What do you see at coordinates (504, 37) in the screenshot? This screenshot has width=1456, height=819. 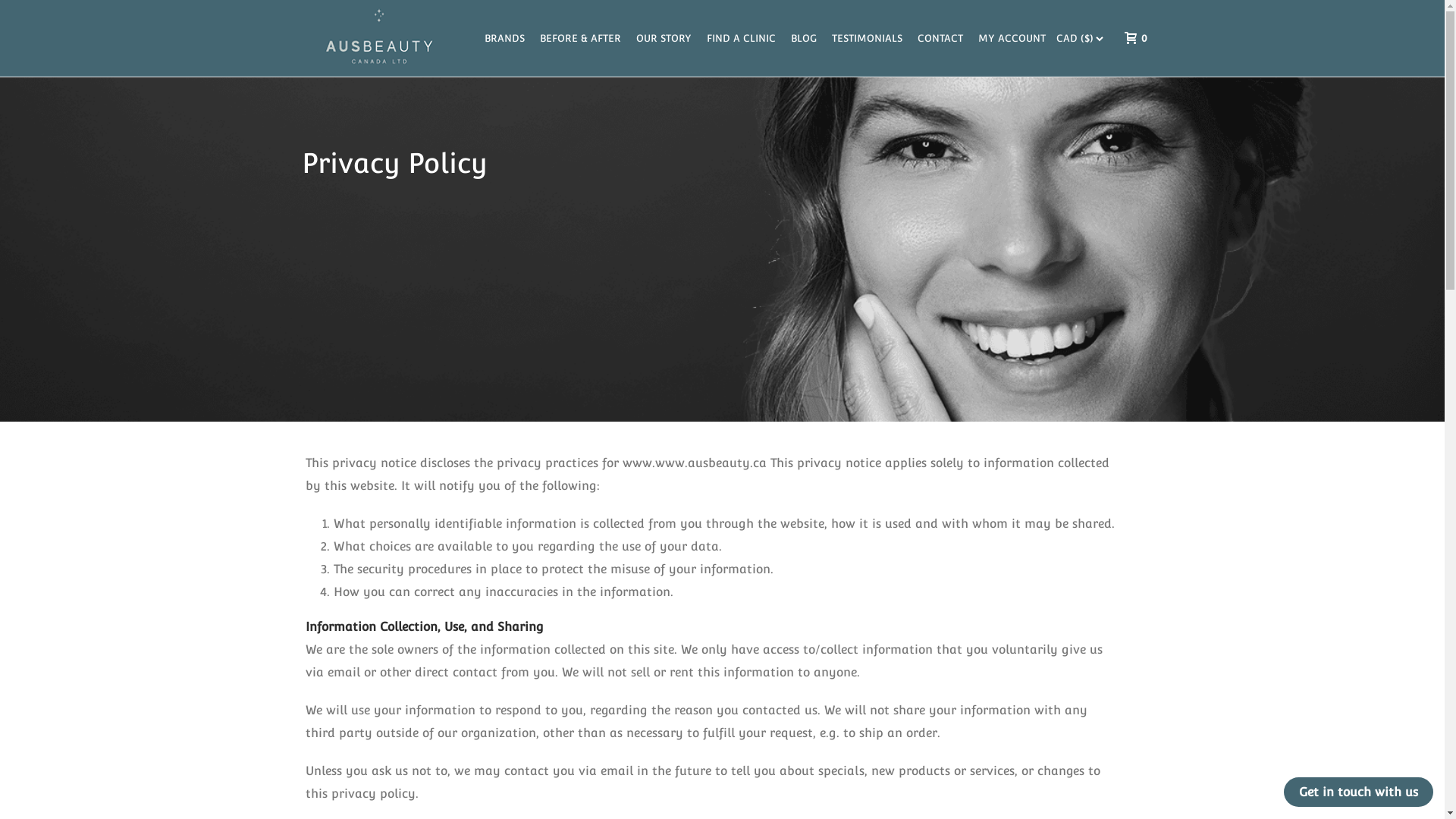 I see `'BRANDS'` at bounding box center [504, 37].